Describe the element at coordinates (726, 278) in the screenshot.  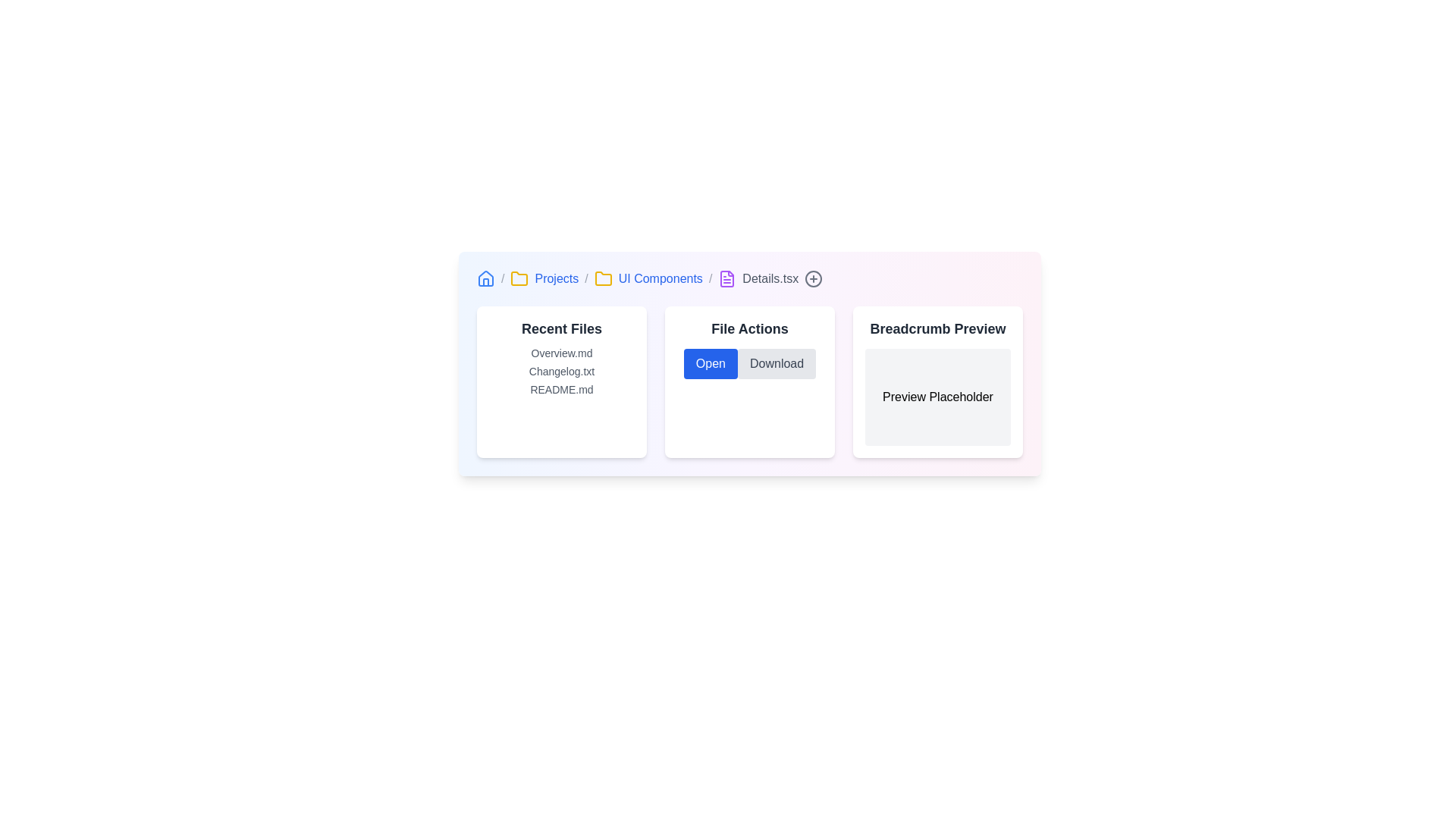
I see `the icon representing the 'Details.tsx' file in the breadcrumb navigation bar, which is located directly to the left of the text 'Details.tsx'` at that location.